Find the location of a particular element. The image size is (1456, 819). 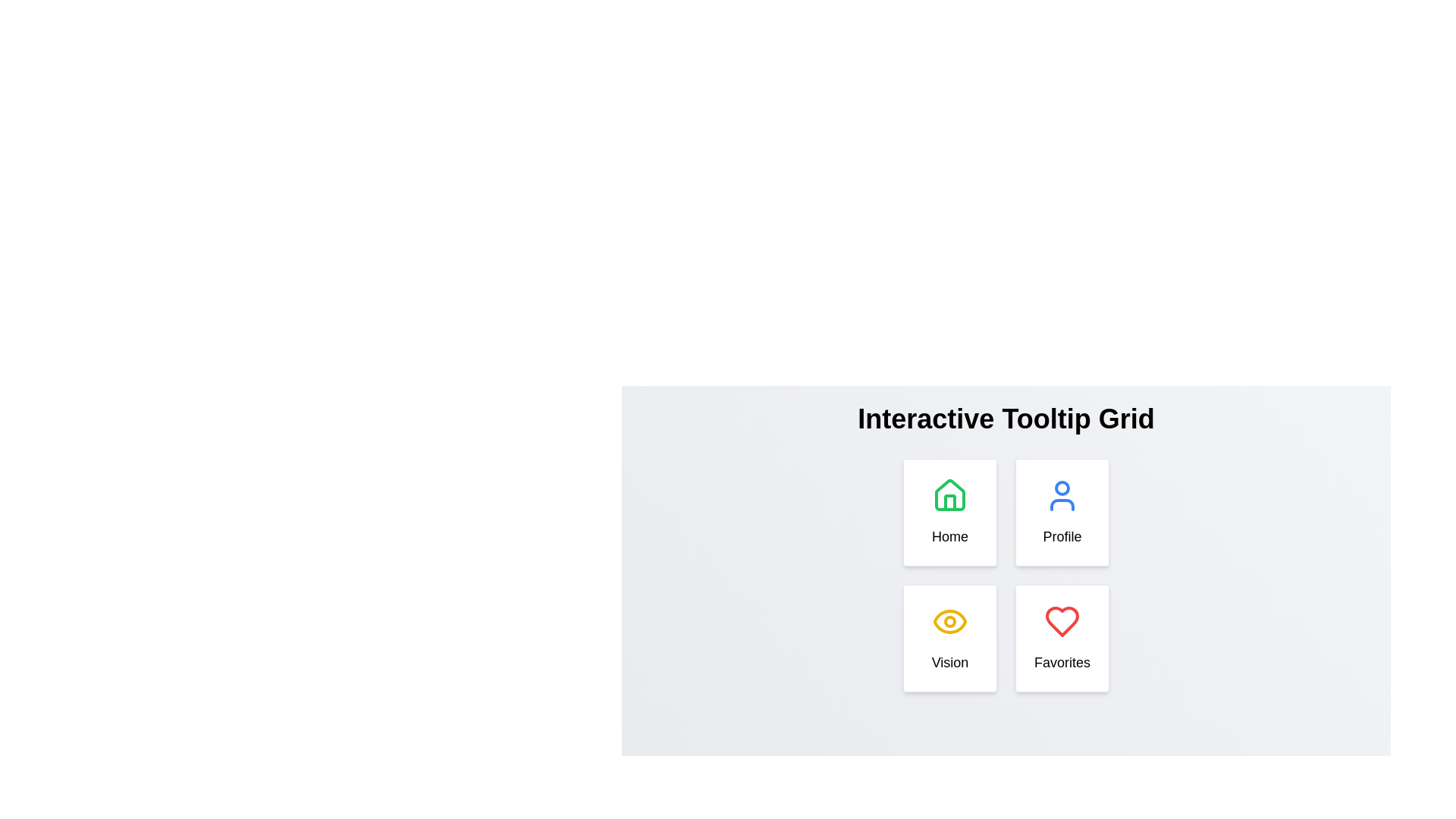

the 'Profile' card in the upper-right of the grid layout is located at coordinates (1062, 512).